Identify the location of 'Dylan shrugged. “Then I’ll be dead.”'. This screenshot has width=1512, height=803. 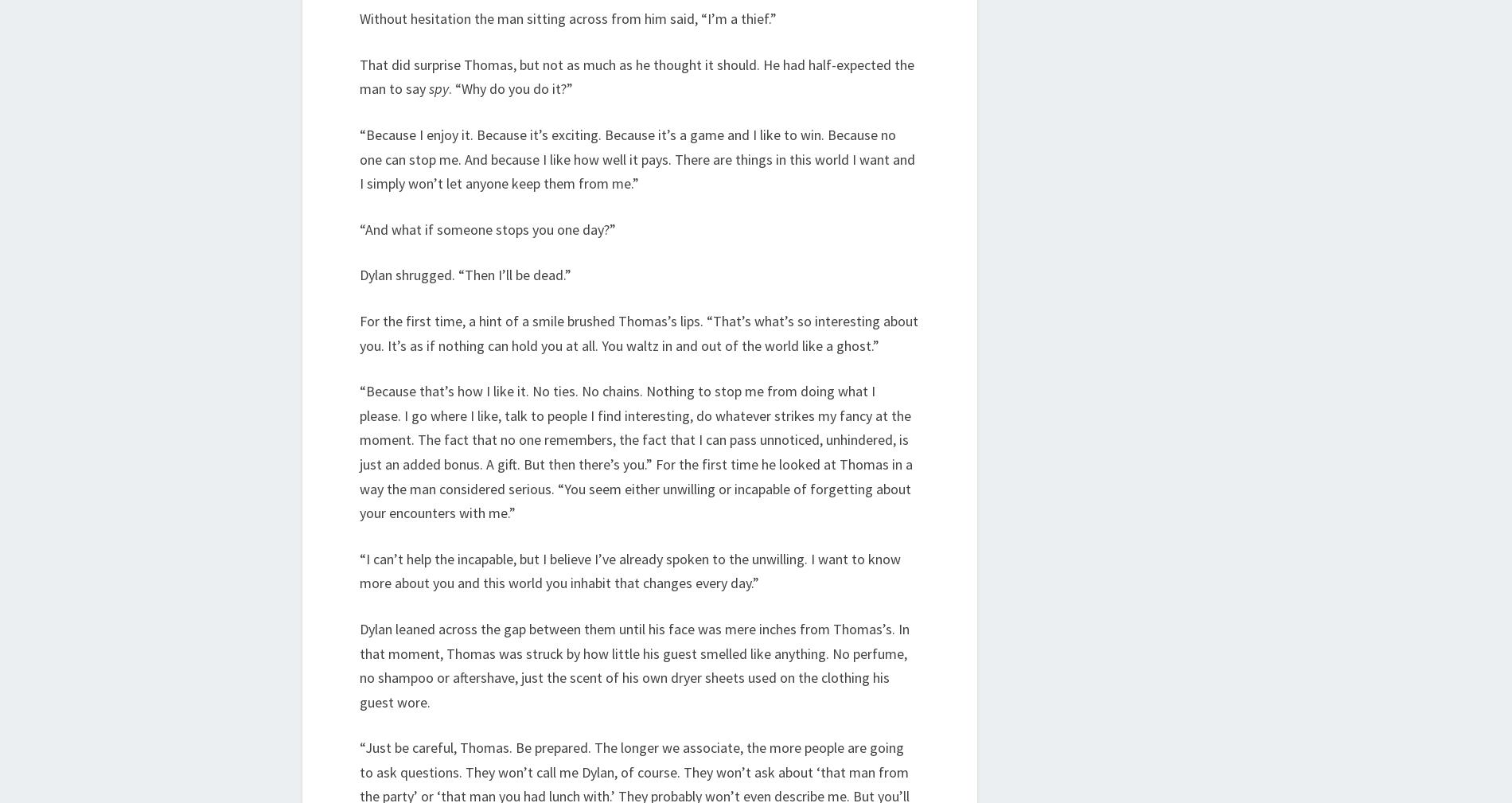
(466, 274).